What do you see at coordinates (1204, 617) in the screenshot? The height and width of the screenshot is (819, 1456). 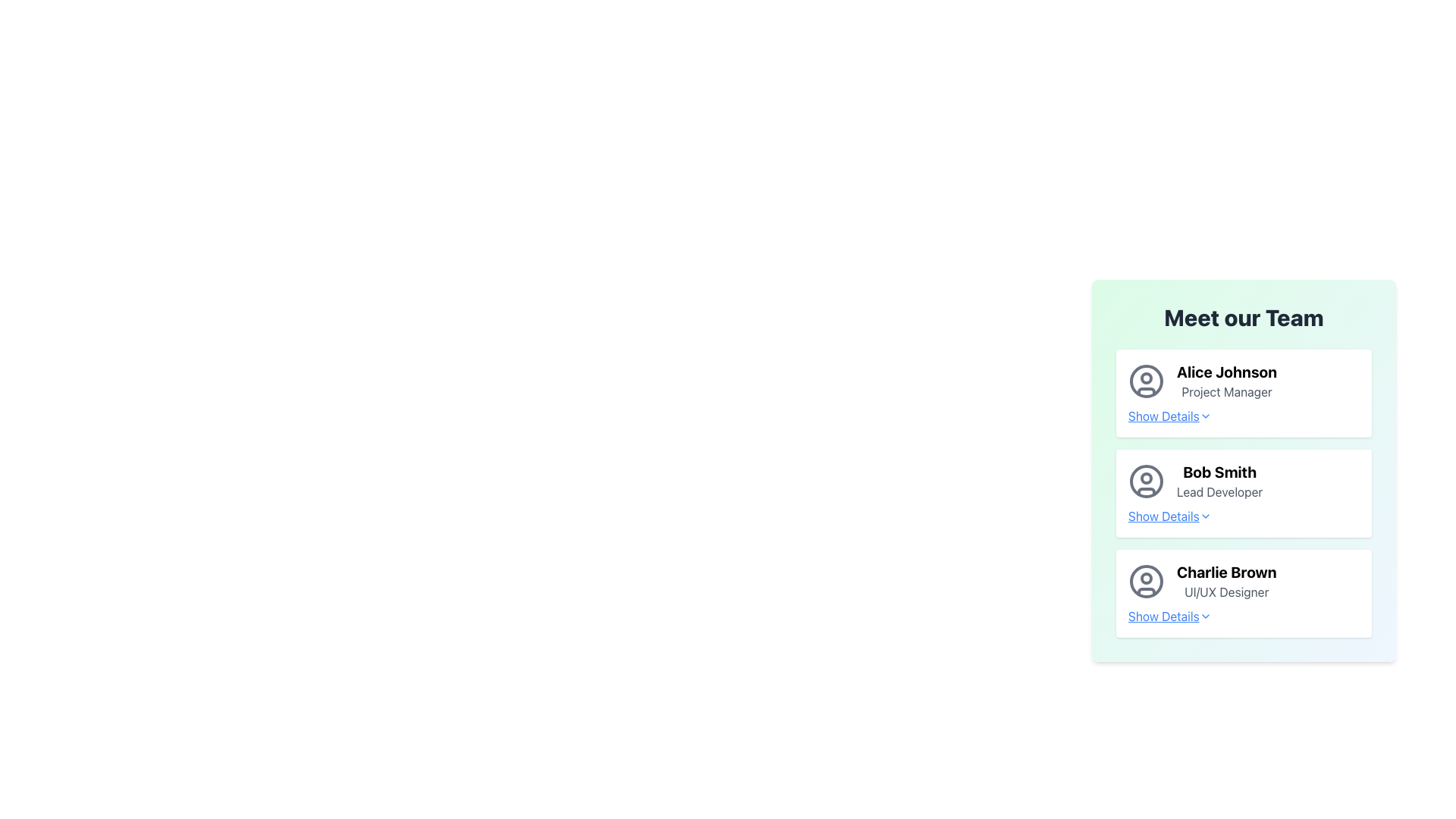 I see `the chevron icon located to the right of the 'Show Details' text for the entry associated with 'Charlie Brown', the UI/UX Designer` at bounding box center [1204, 617].